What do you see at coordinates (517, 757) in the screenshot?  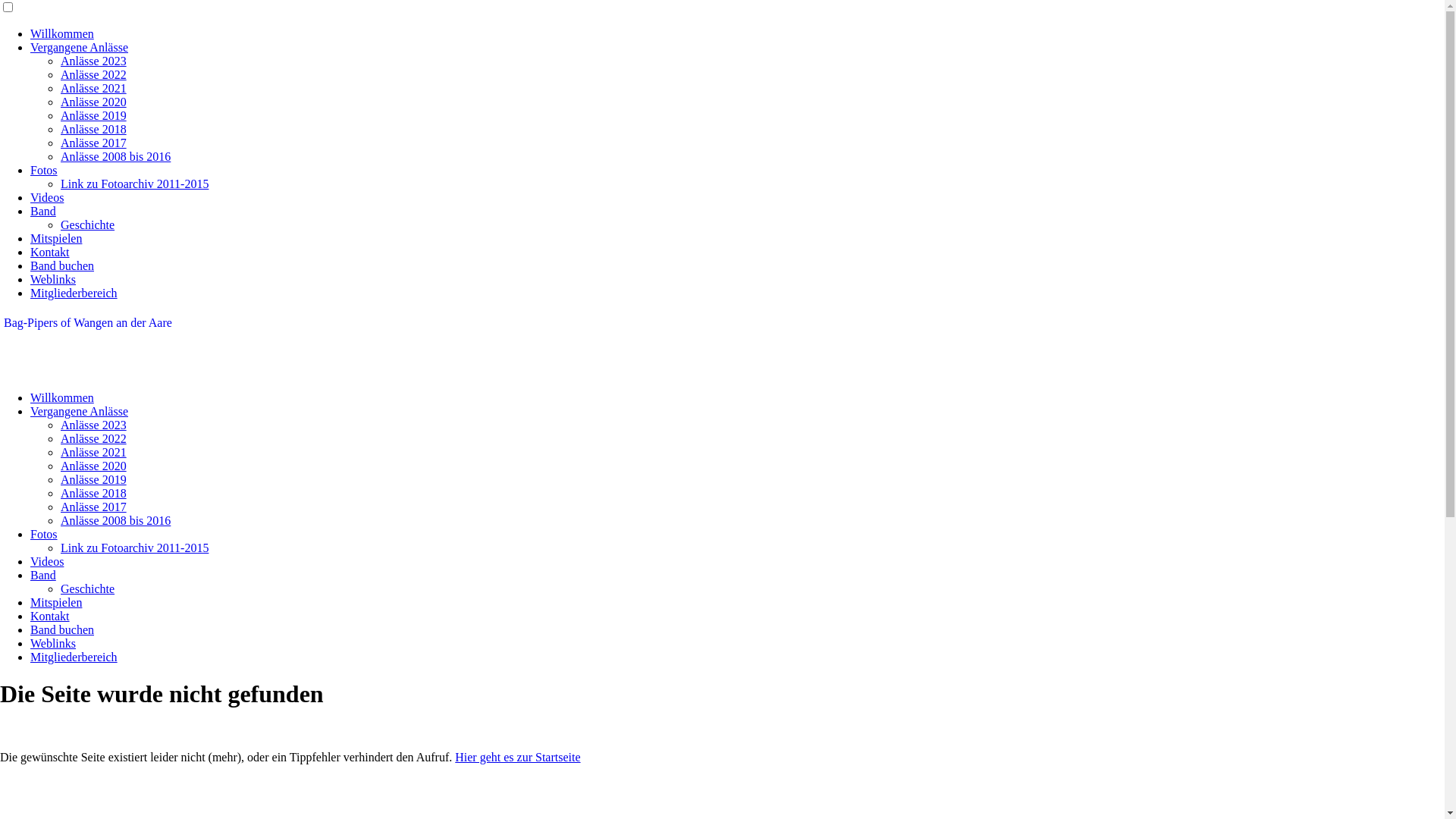 I see `'Hier geht es zur Startseite'` at bounding box center [517, 757].